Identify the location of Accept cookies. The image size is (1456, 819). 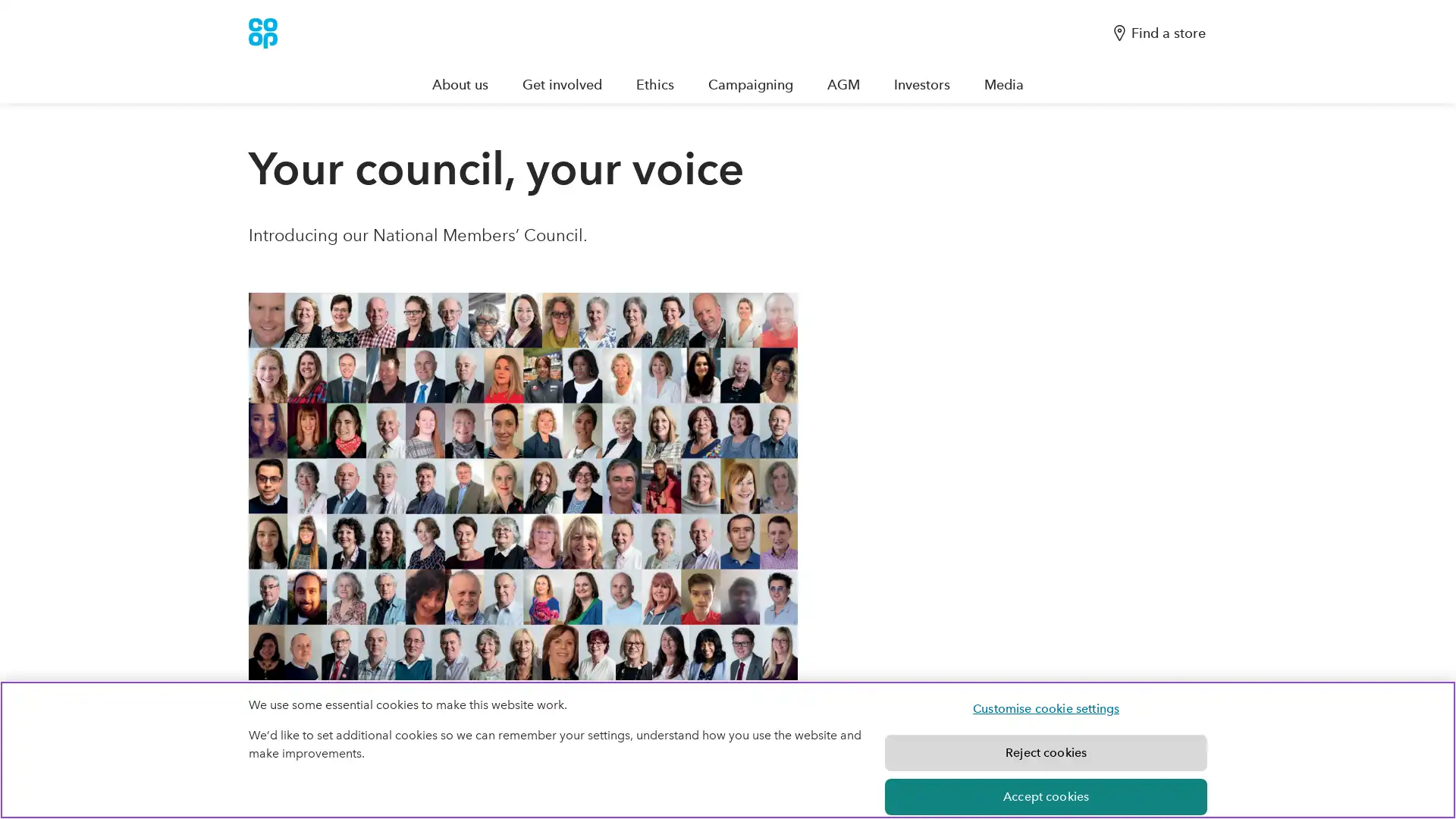
(1044, 795).